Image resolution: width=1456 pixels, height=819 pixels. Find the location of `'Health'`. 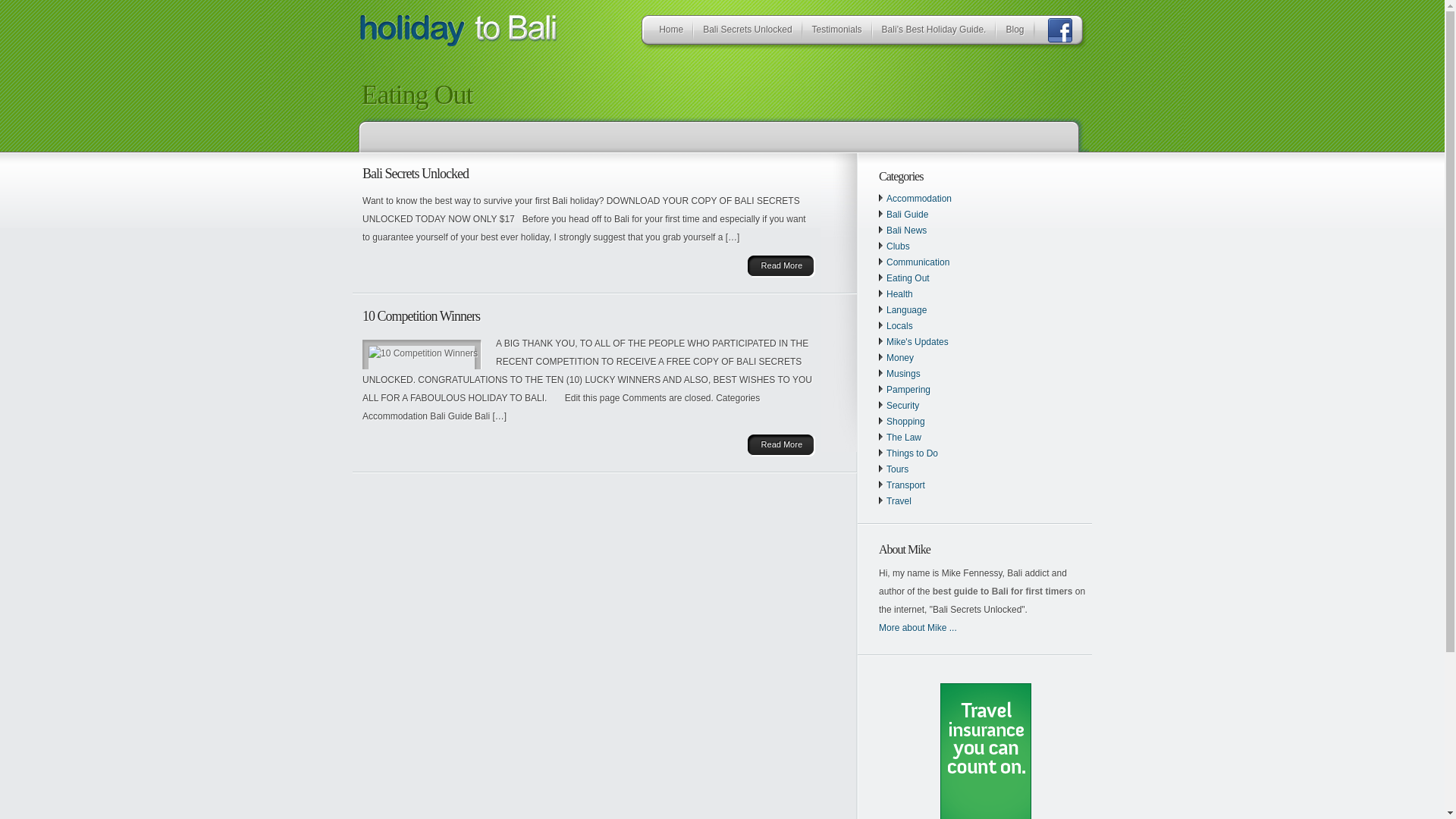

'Health' is located at coordinates (899, 294).